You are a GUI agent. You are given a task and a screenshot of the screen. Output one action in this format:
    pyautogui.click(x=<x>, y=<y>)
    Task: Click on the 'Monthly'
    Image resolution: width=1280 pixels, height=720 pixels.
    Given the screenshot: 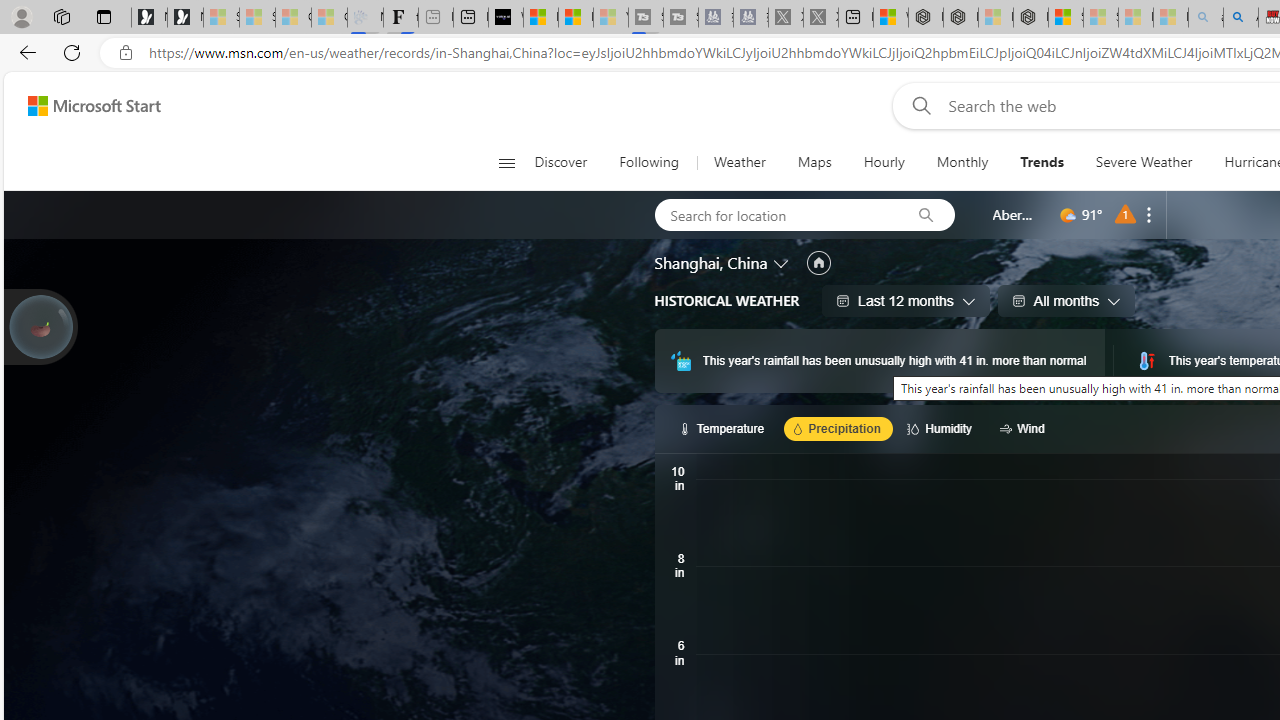 What is the action you would take?
    pyautogui.click(x=962, y=162)
    